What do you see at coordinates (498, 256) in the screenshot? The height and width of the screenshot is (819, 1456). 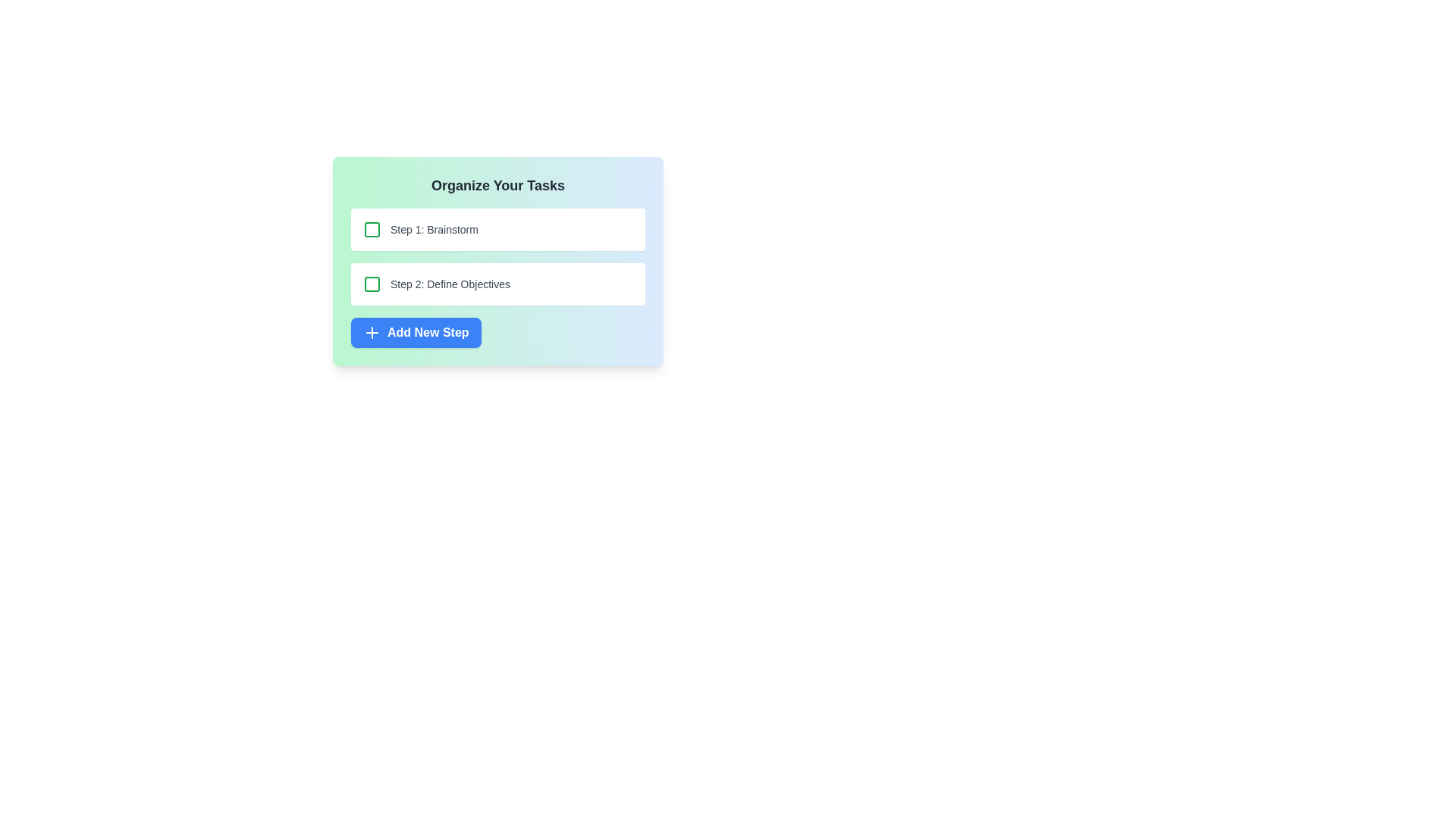 I see `the Task list item with checkbox and label containing 'Step 2: Define Objectives'` at bounding box center [498, 256].